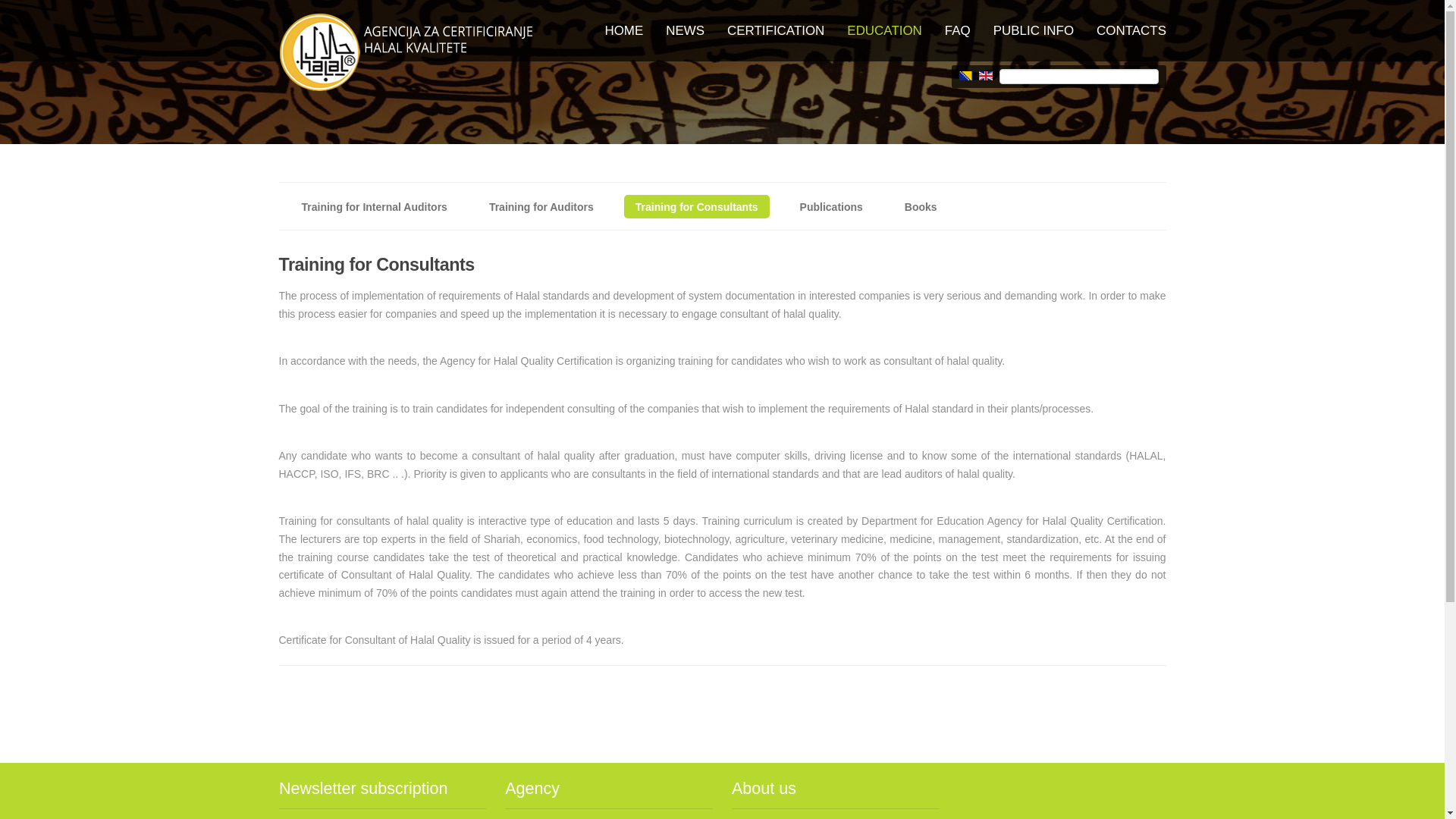 The height and width of the screenshot is (819, 1456). Describe the element at coordinates (884, 35) in the screenshot. I see `'EDUCATION'` at that location.